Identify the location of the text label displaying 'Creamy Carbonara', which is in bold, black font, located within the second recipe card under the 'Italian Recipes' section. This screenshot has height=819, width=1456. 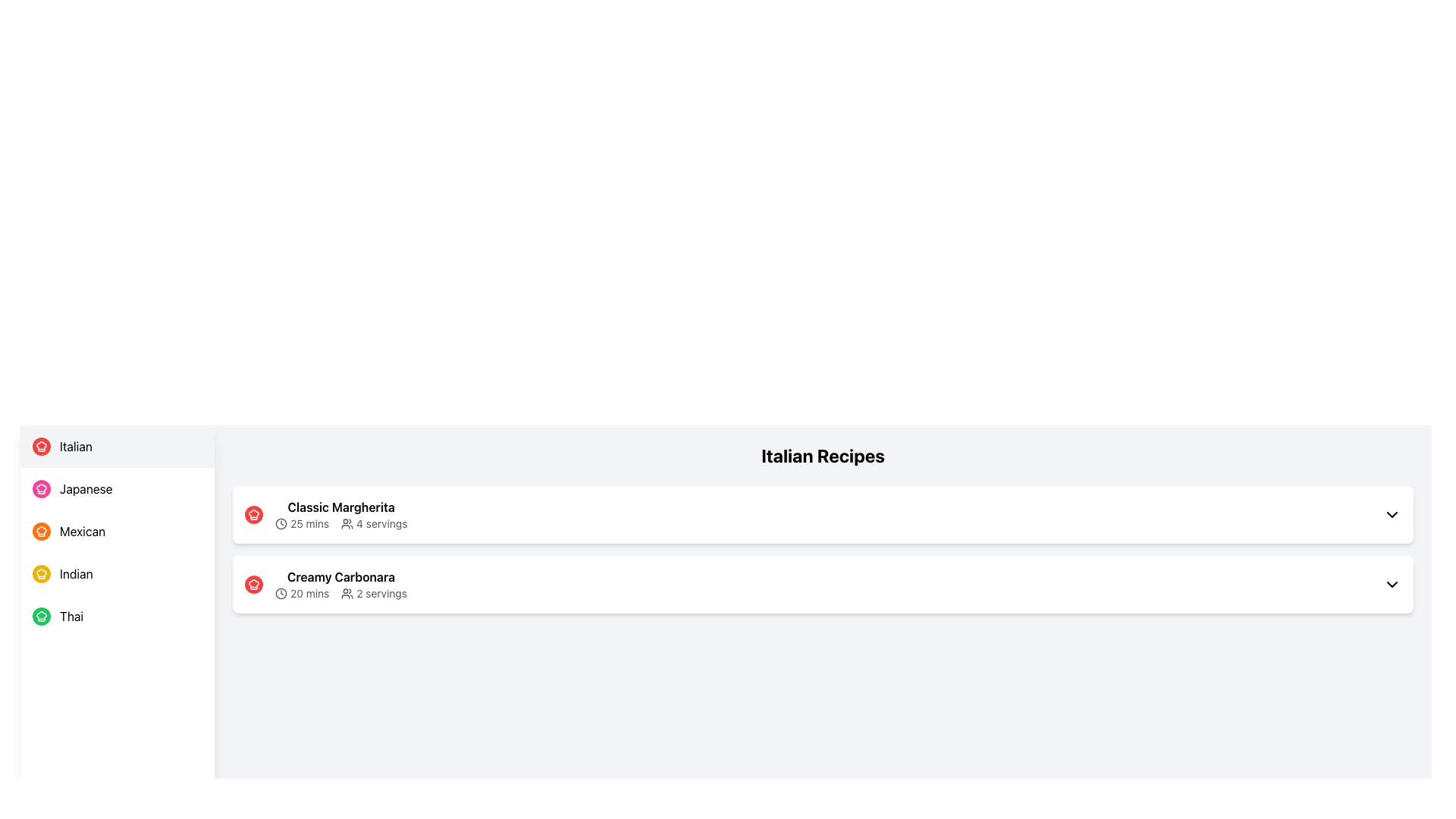
(340, 576).